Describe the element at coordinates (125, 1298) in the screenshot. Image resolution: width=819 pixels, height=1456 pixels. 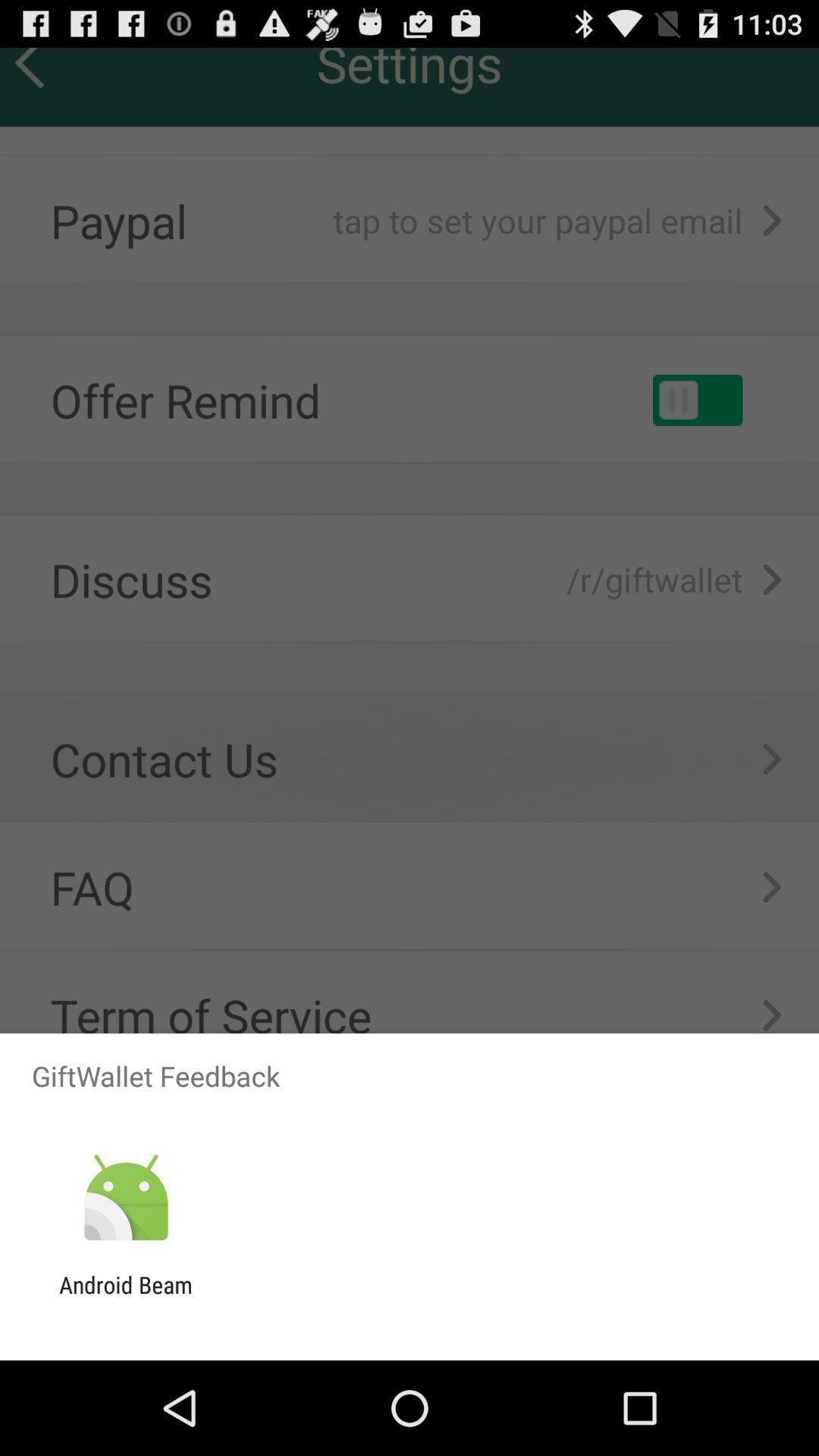
I see `the android beam app` at that location.